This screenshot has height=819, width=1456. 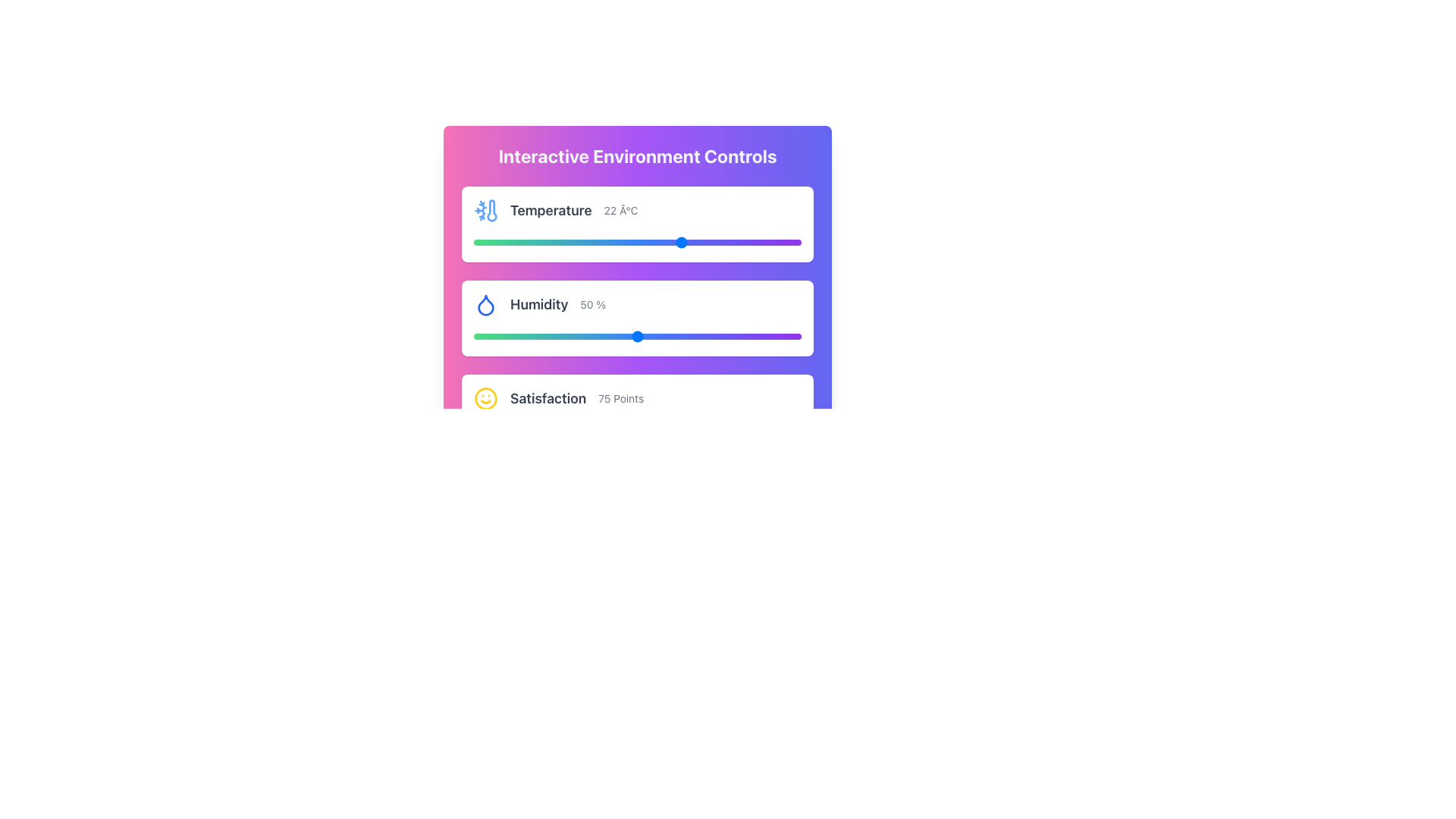 I want to click on the 'Humidity' text element, which is styled with a bold font and dark gray color, located in the upper-middle of the second card in a vertical stack of cards, so click(x=539, y=304).